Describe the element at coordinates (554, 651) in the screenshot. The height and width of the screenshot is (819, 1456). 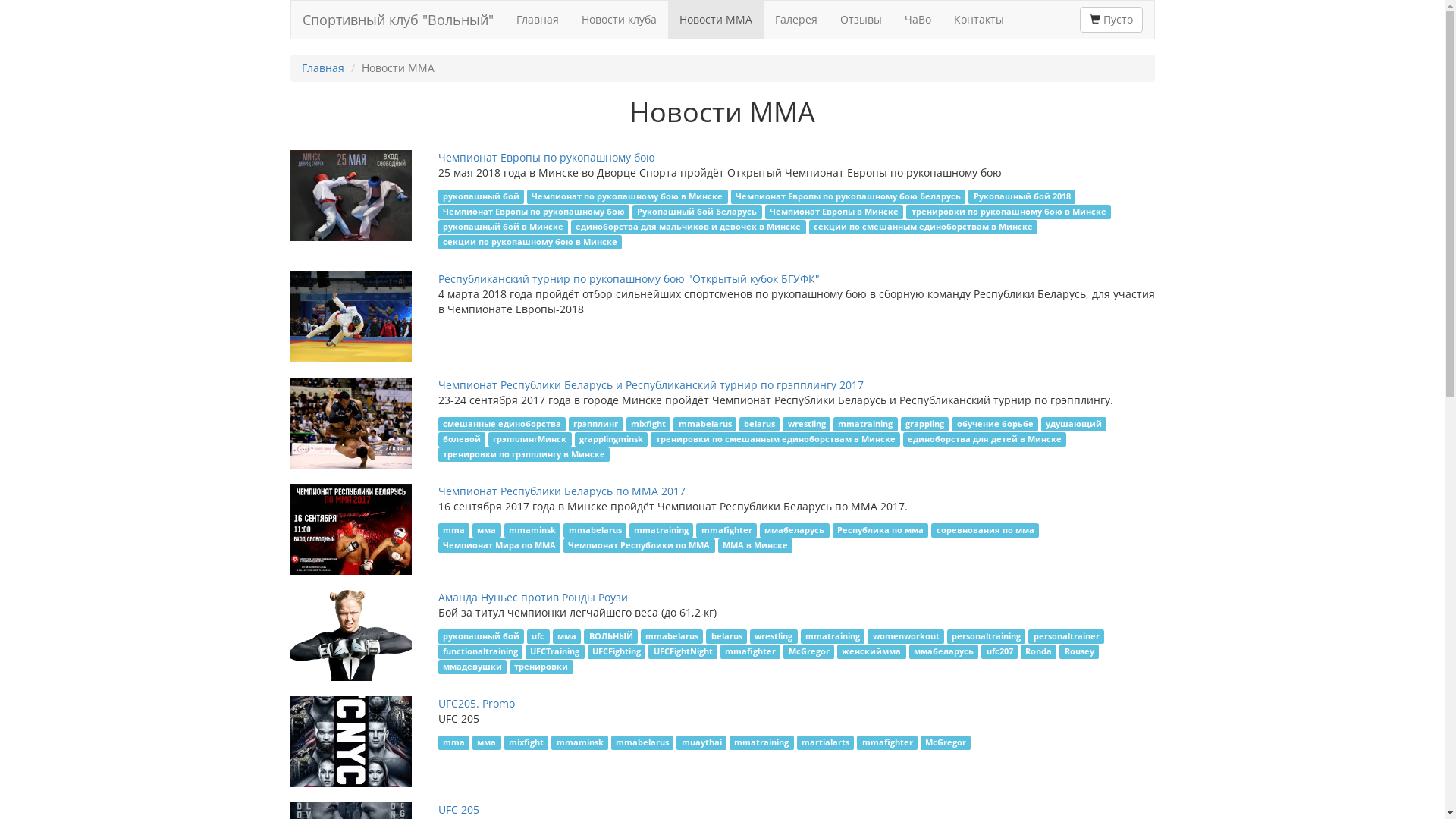
I see `'UFCTraining'` at that location.